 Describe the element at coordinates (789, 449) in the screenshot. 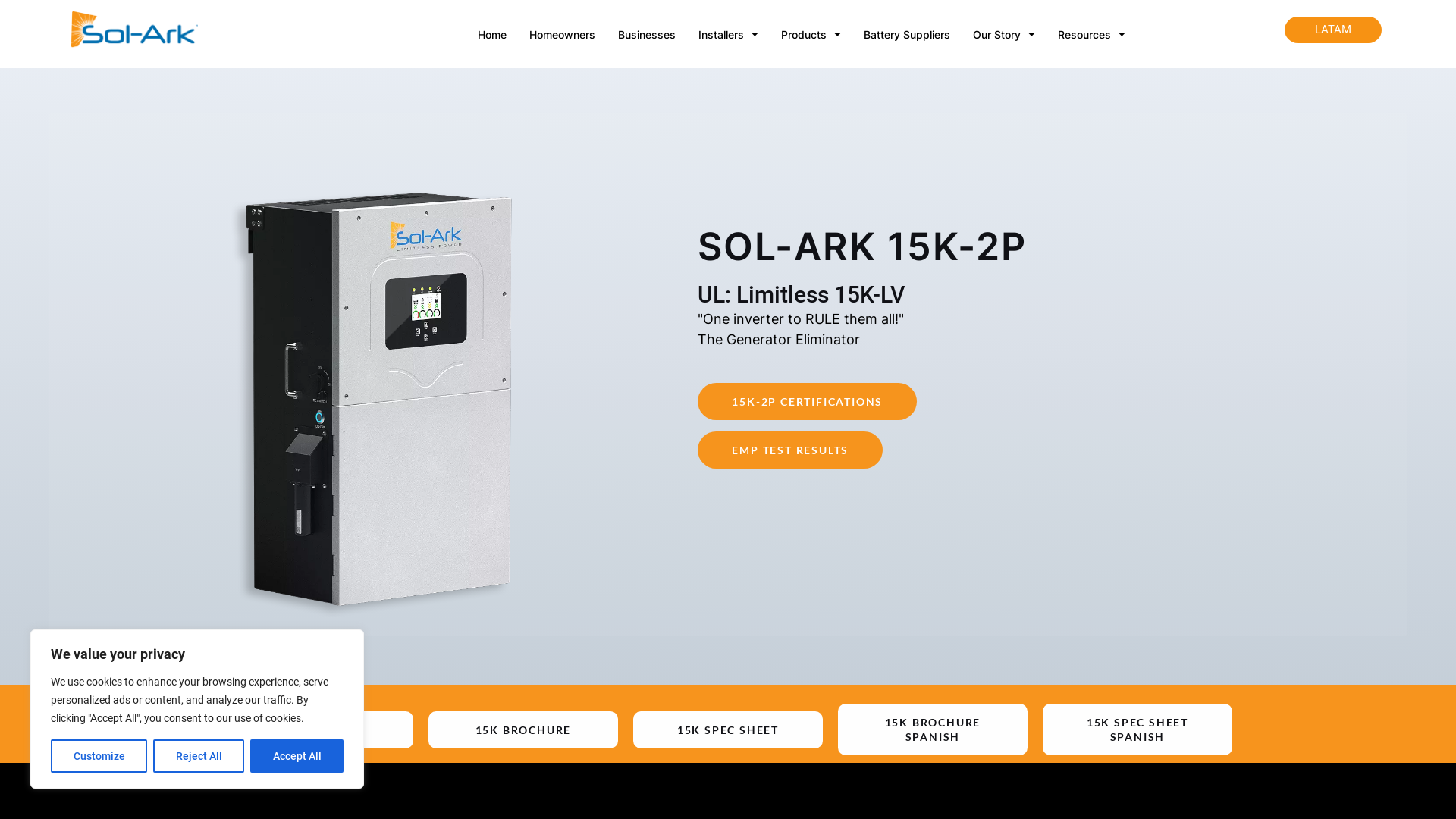

I see `'EMP TEST RESULTS'` at that location.